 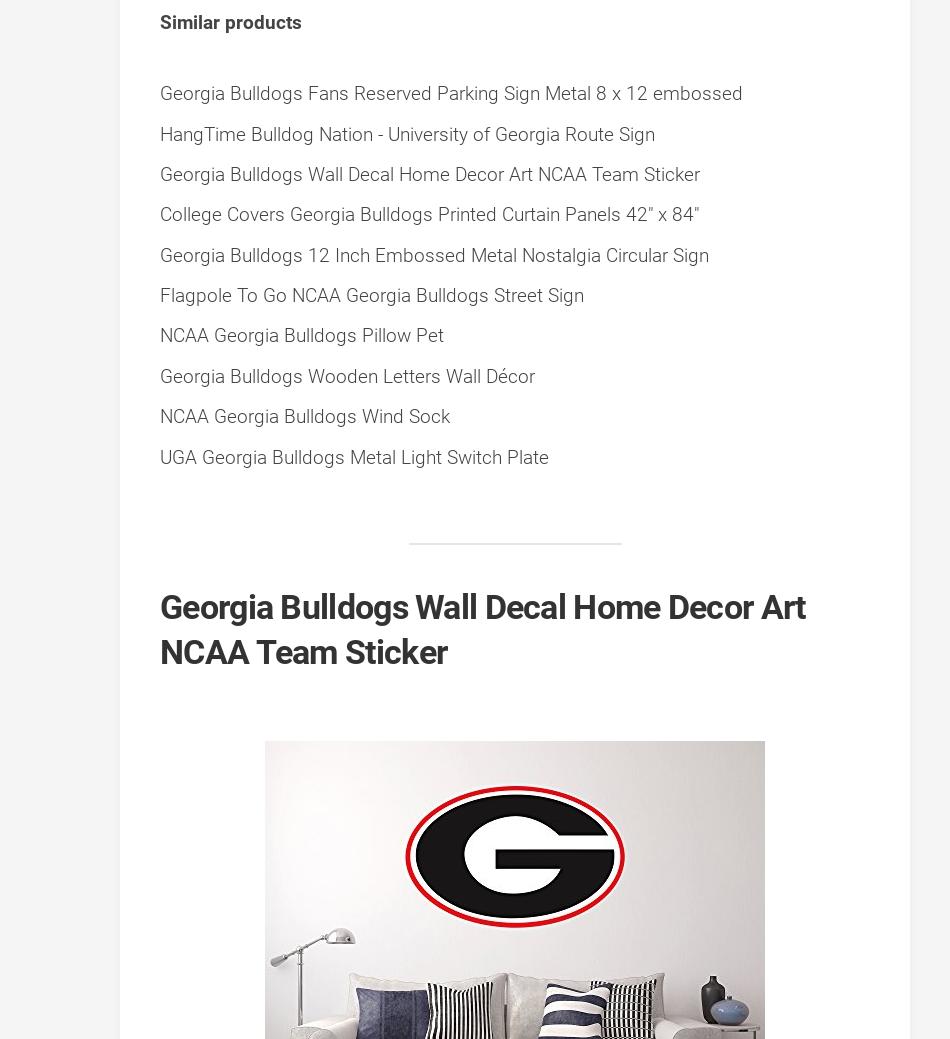 What do you see at coordinates (428, 214) in the screenshot?
I see `'College Covers Georgia Bulldogs Printed Curtain Panels 42" x 84"'` at bounding box center [428, 214].